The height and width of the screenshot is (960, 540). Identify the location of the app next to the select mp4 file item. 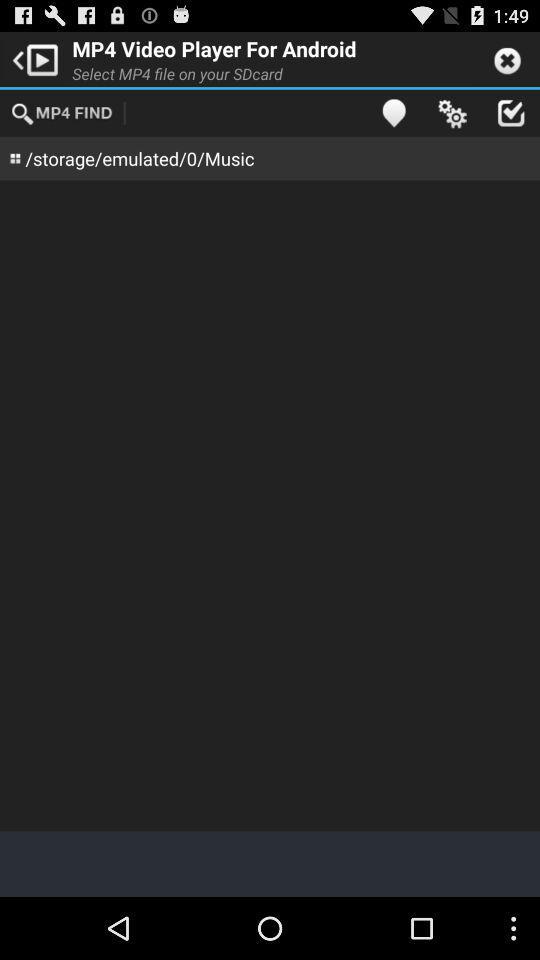
(393, 112).